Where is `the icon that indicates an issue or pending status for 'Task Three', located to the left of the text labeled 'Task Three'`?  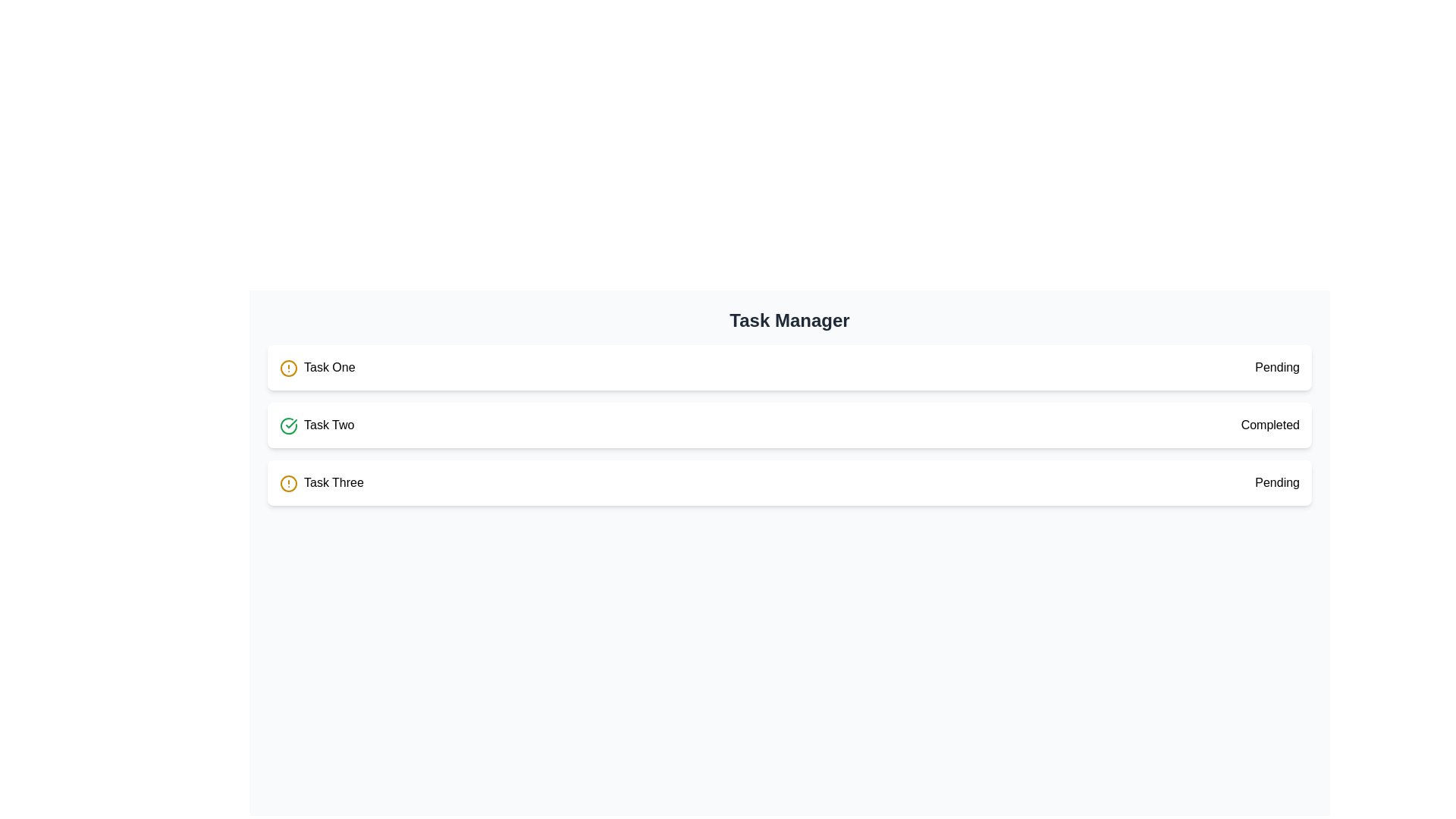
the icon that indicates an issue or pending status for 'Task Three', located to the left of the text labeled 'Task Three' is located at coordinates (288, 482).